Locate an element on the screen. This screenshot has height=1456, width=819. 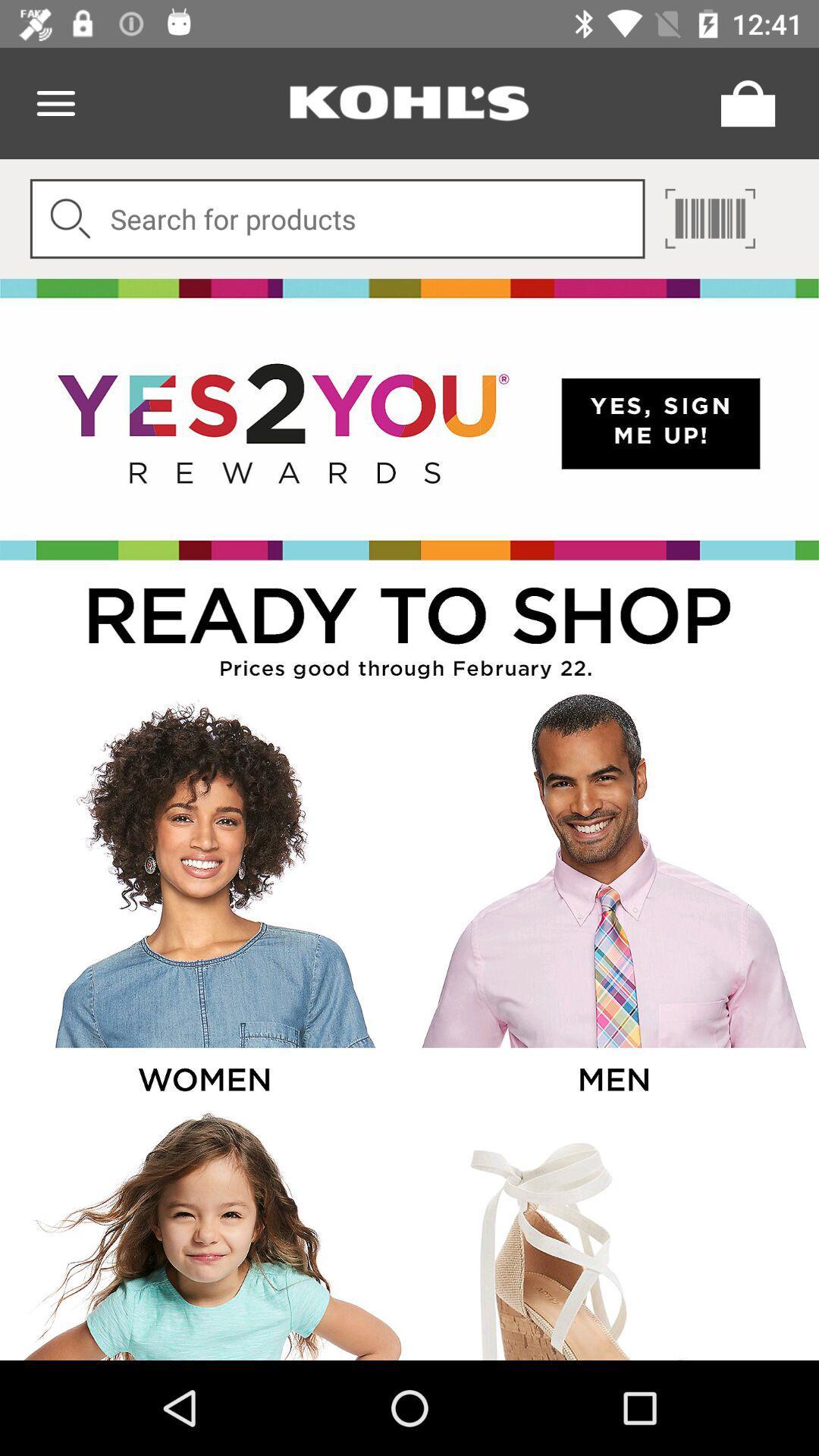
store name option is located at coordinates (409, 102).